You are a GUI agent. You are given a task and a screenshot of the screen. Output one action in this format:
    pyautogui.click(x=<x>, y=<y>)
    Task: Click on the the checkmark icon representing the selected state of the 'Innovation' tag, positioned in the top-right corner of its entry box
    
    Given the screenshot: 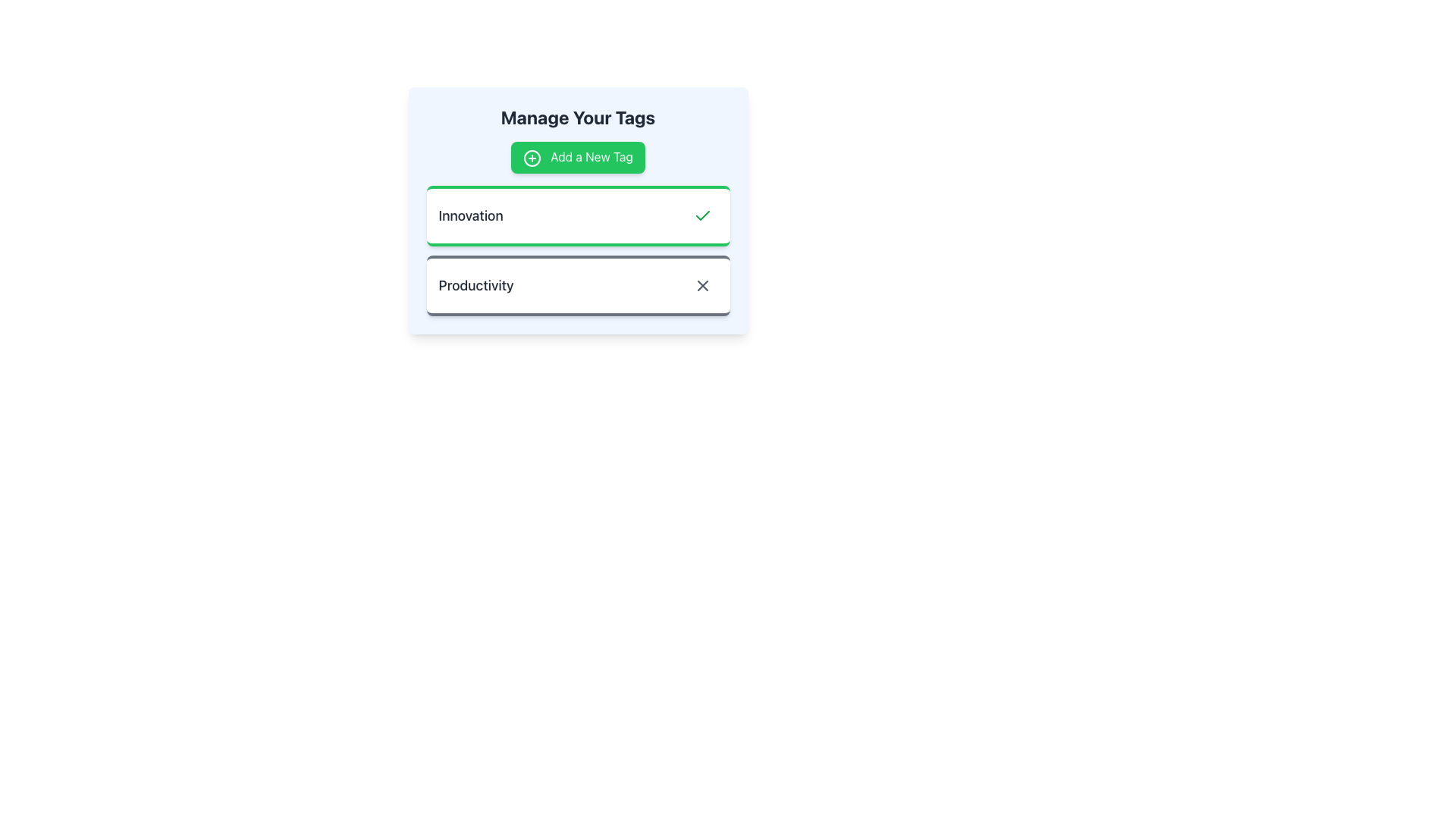 What is the action you would take?
    pyautogui.click(x=701, y=215)
    